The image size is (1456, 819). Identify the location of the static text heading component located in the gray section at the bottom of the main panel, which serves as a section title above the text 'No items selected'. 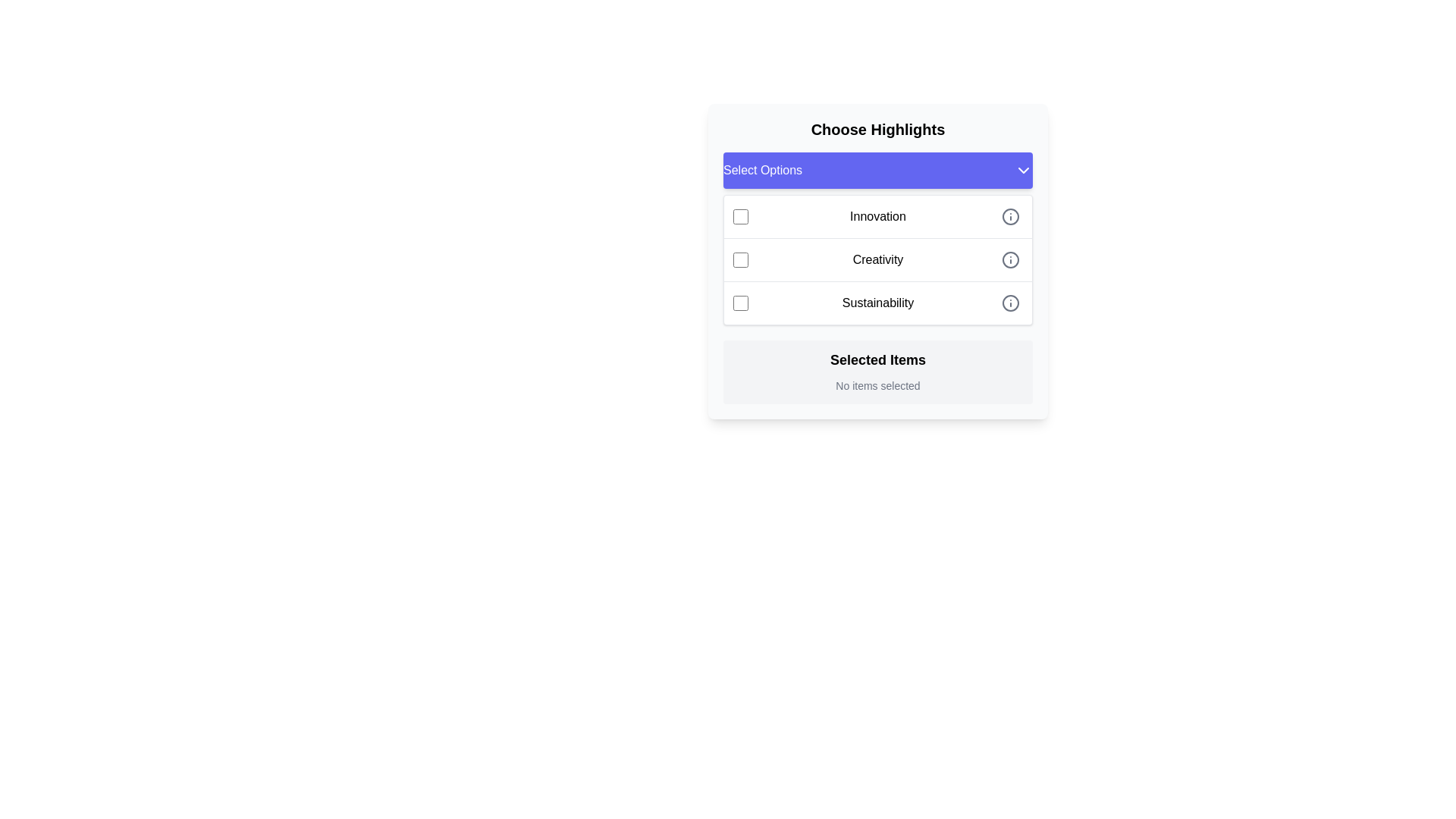
(877, 359).